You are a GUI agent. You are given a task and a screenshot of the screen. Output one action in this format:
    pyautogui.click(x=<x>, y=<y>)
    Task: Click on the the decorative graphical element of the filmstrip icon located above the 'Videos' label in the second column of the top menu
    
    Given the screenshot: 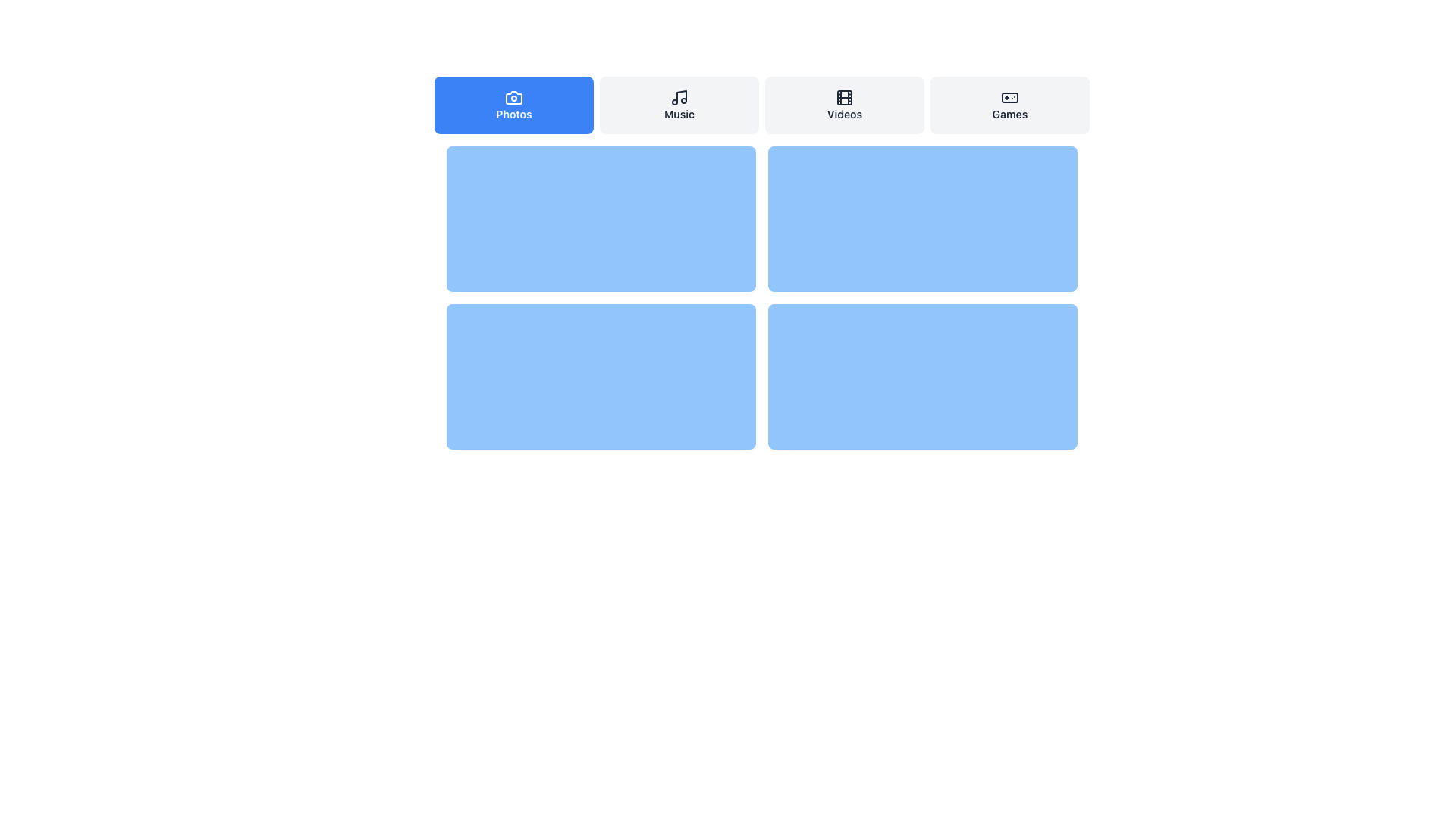 What is the action you would take?
    pyautogui.click(x=843, y=97)
    